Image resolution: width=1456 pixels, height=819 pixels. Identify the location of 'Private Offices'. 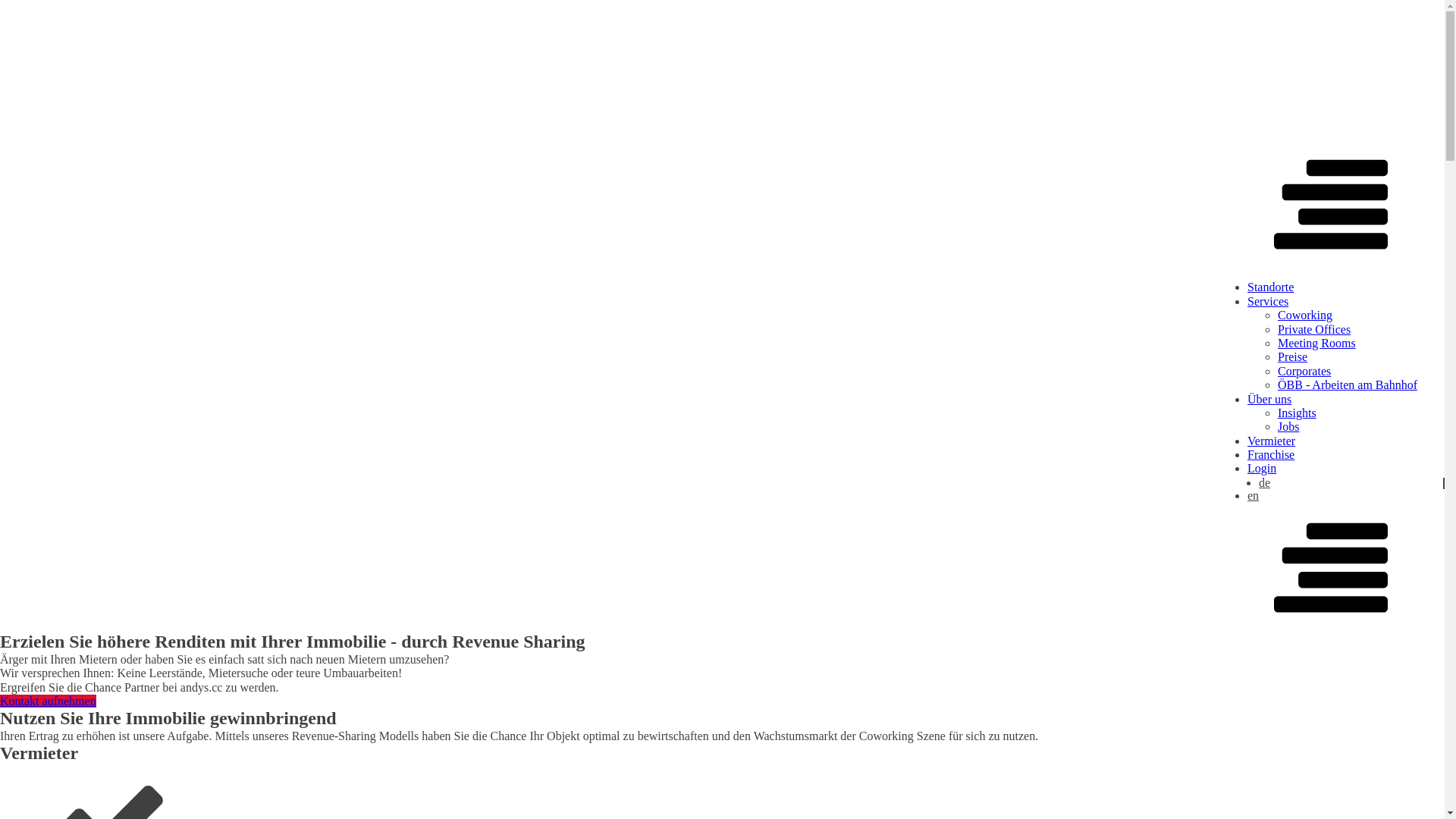
(1313, 328).